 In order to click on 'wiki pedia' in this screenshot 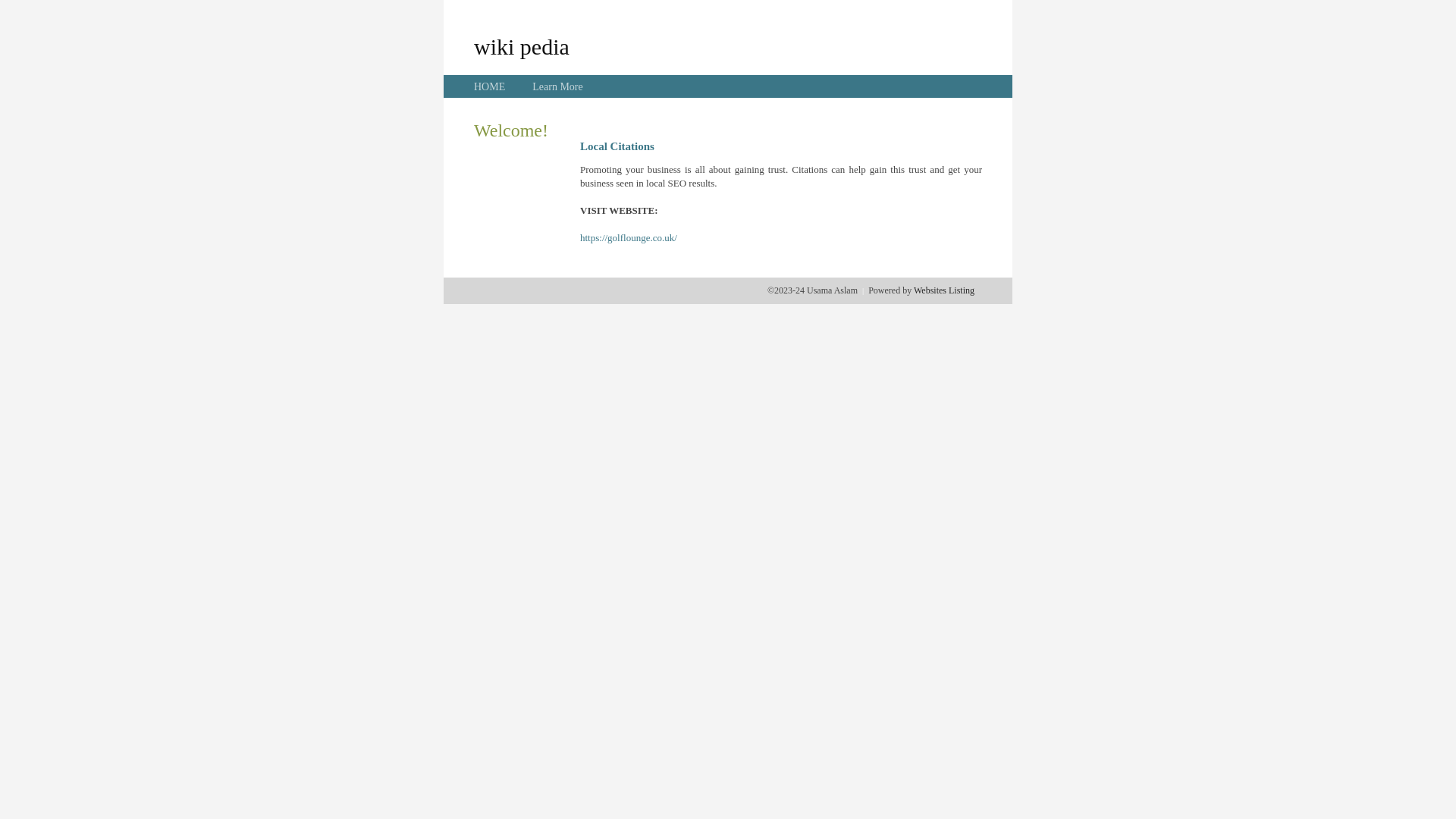, I will do `click(521, 45)`.